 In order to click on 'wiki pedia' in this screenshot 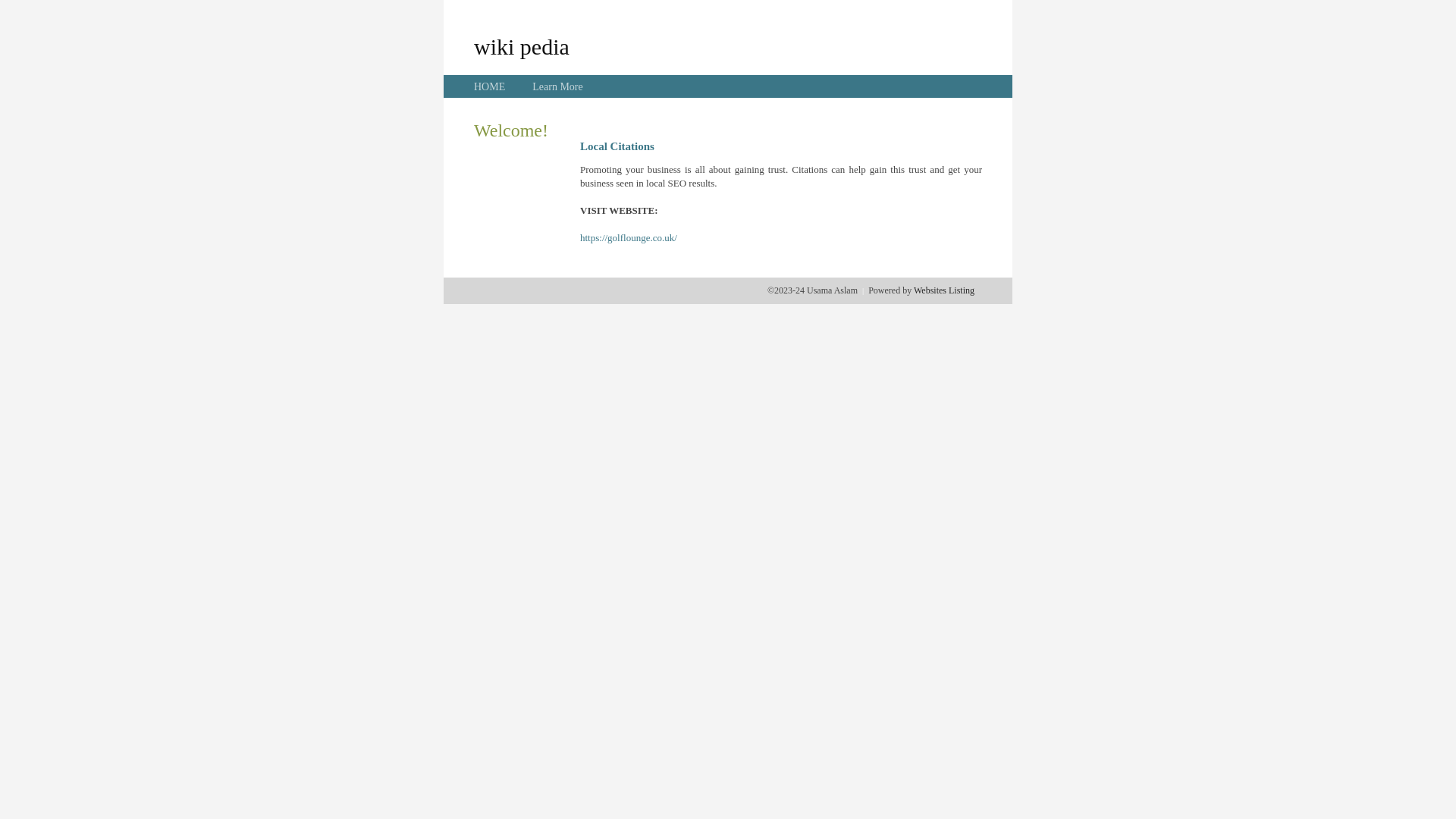, I will do `click(521, 45)`.